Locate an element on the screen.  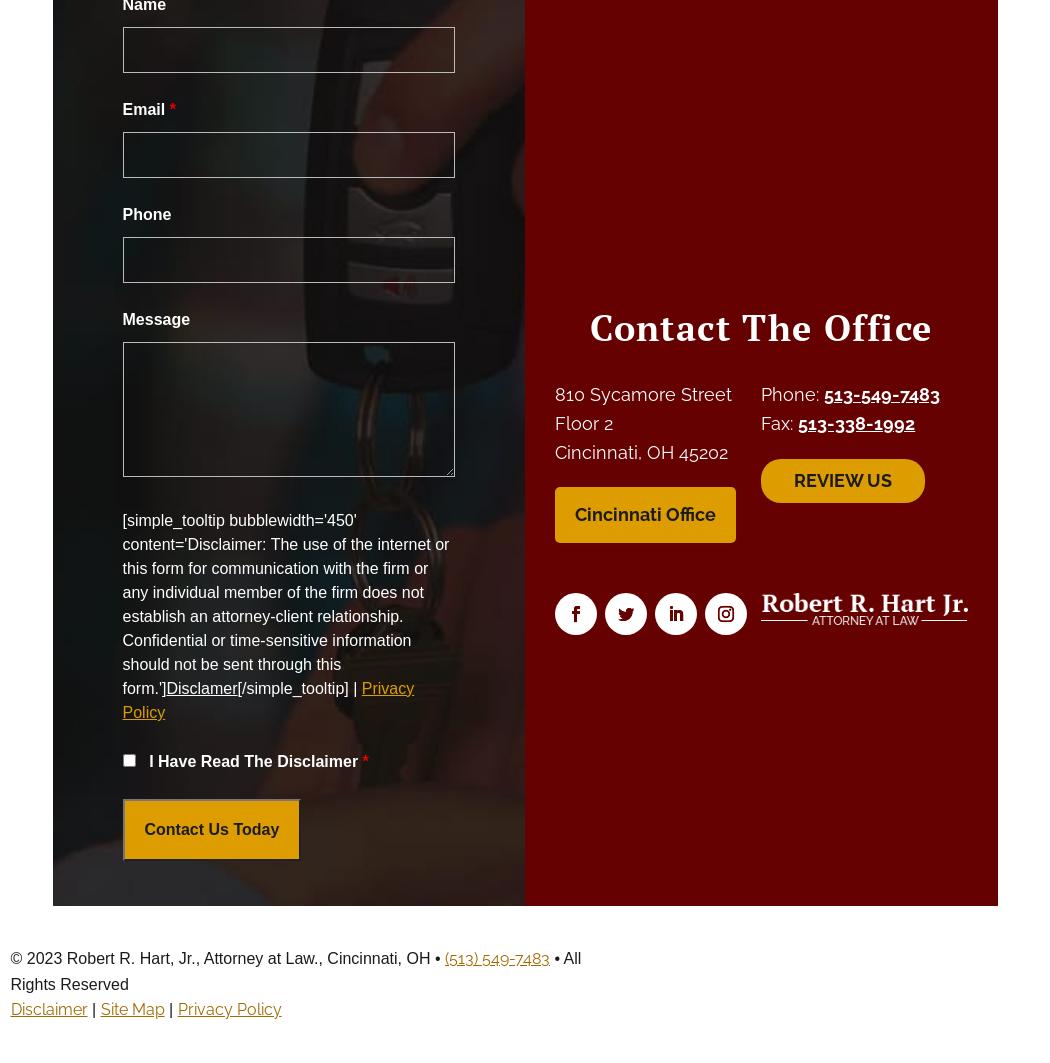
'Fax:' is located at coordinates (761, 422).